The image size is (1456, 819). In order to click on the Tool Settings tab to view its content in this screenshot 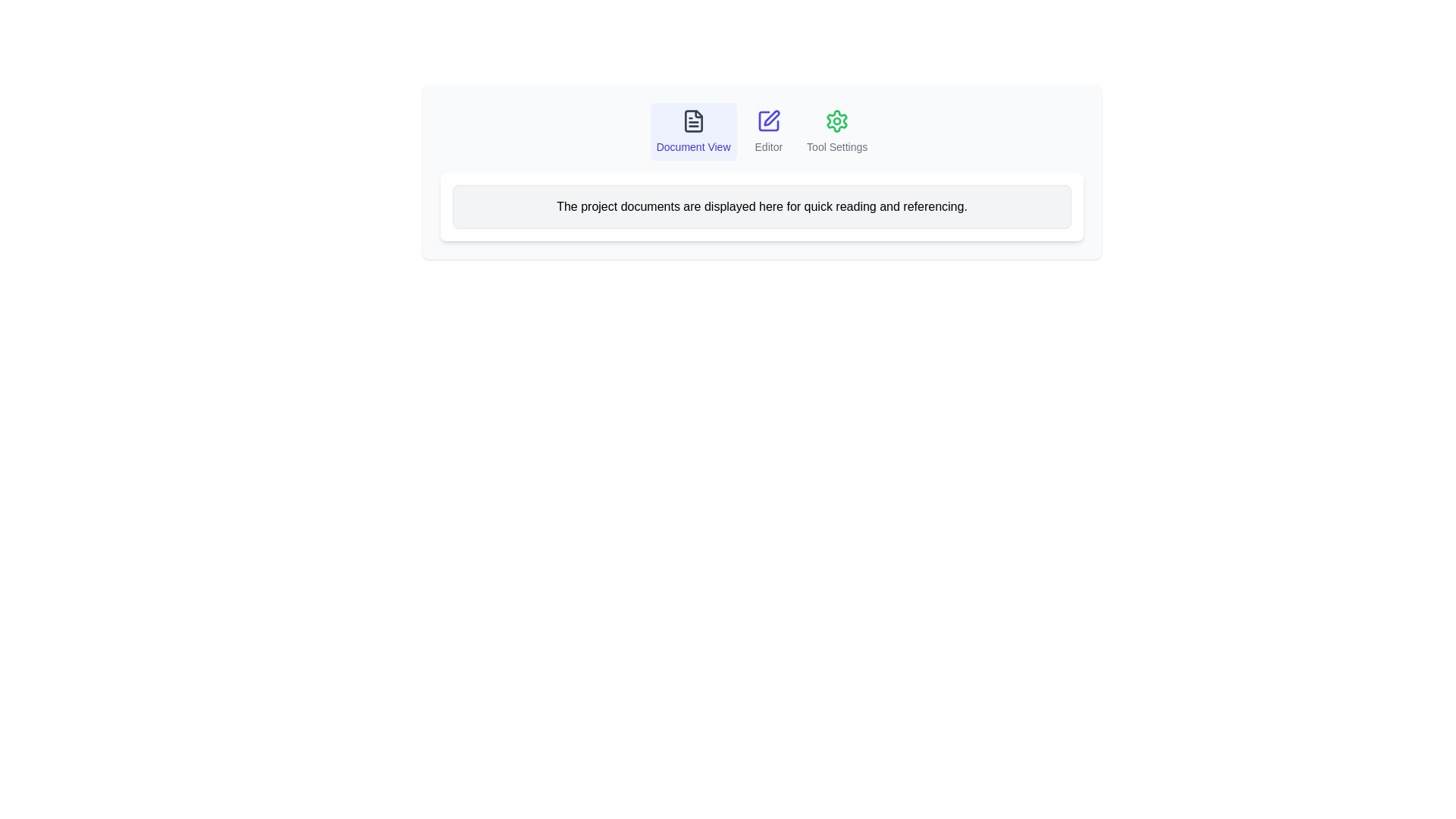, I will do `click(836, 130)`.